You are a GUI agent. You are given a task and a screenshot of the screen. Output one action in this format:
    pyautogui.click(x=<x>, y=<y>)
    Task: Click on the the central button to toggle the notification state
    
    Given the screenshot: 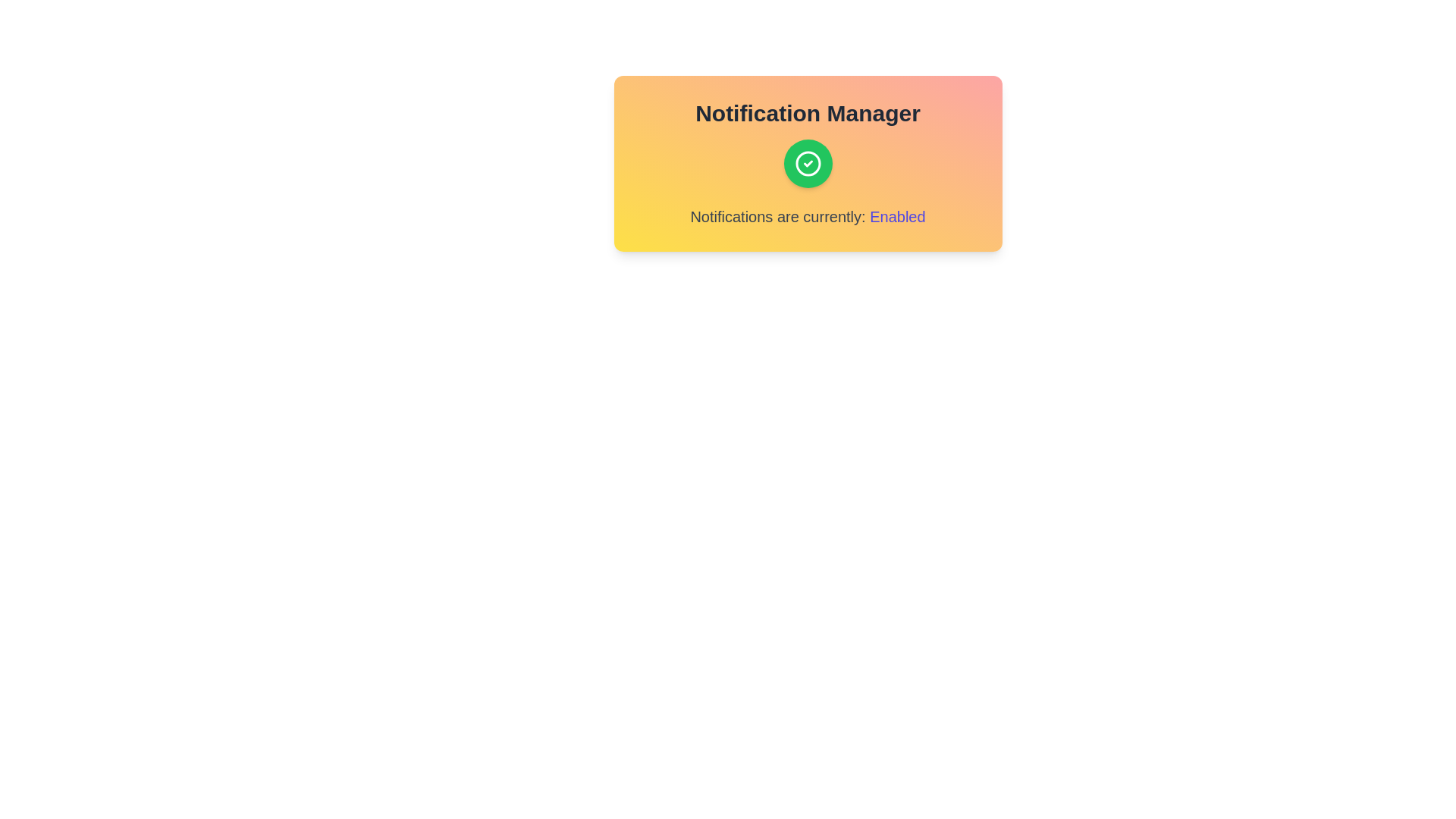 What is the action you would take?
    pyautogui.click(x=807, y=164)
    